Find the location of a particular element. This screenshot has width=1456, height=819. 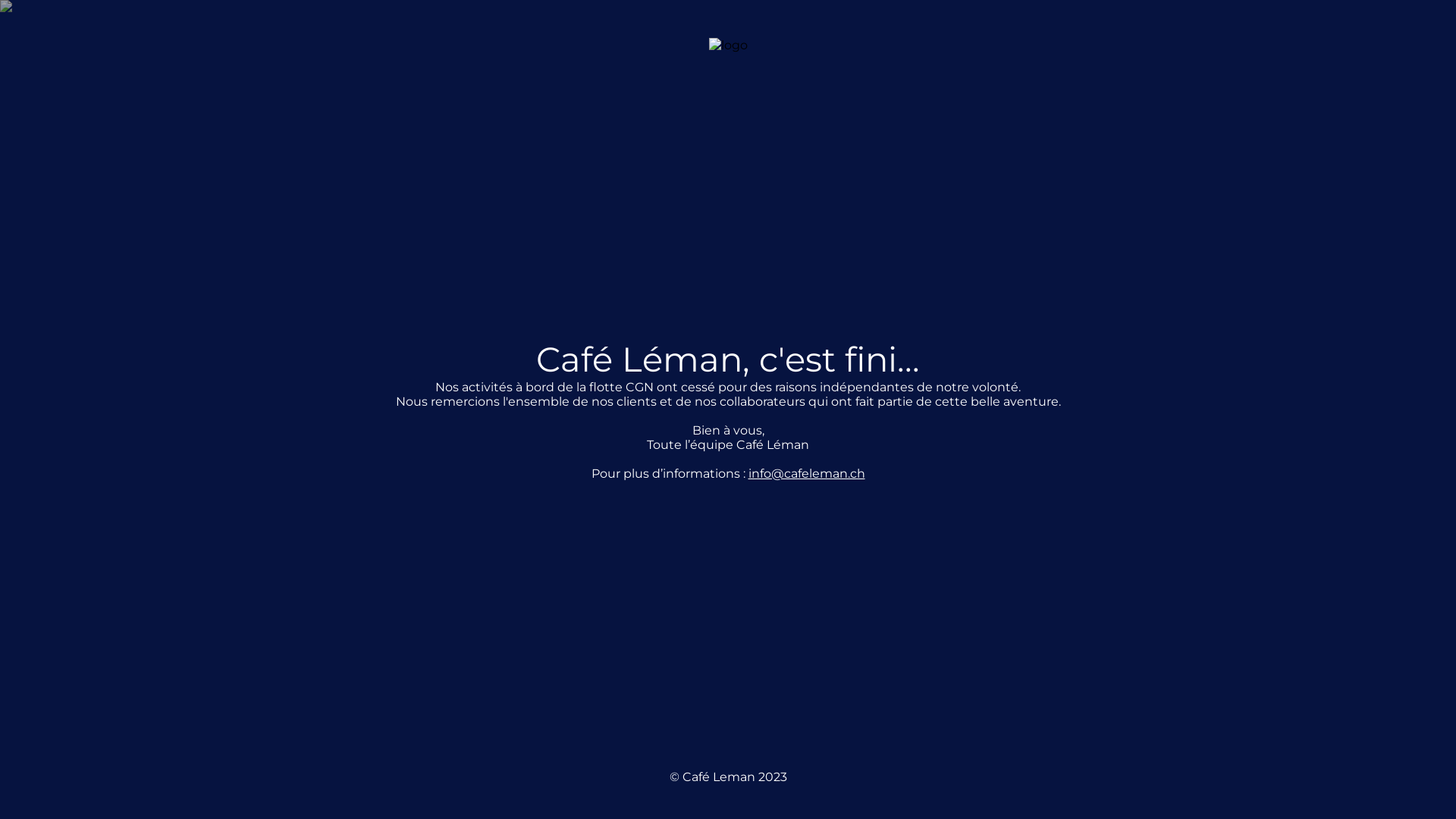

'info@cafeleman.ch' is located at coordinates (805, 472).